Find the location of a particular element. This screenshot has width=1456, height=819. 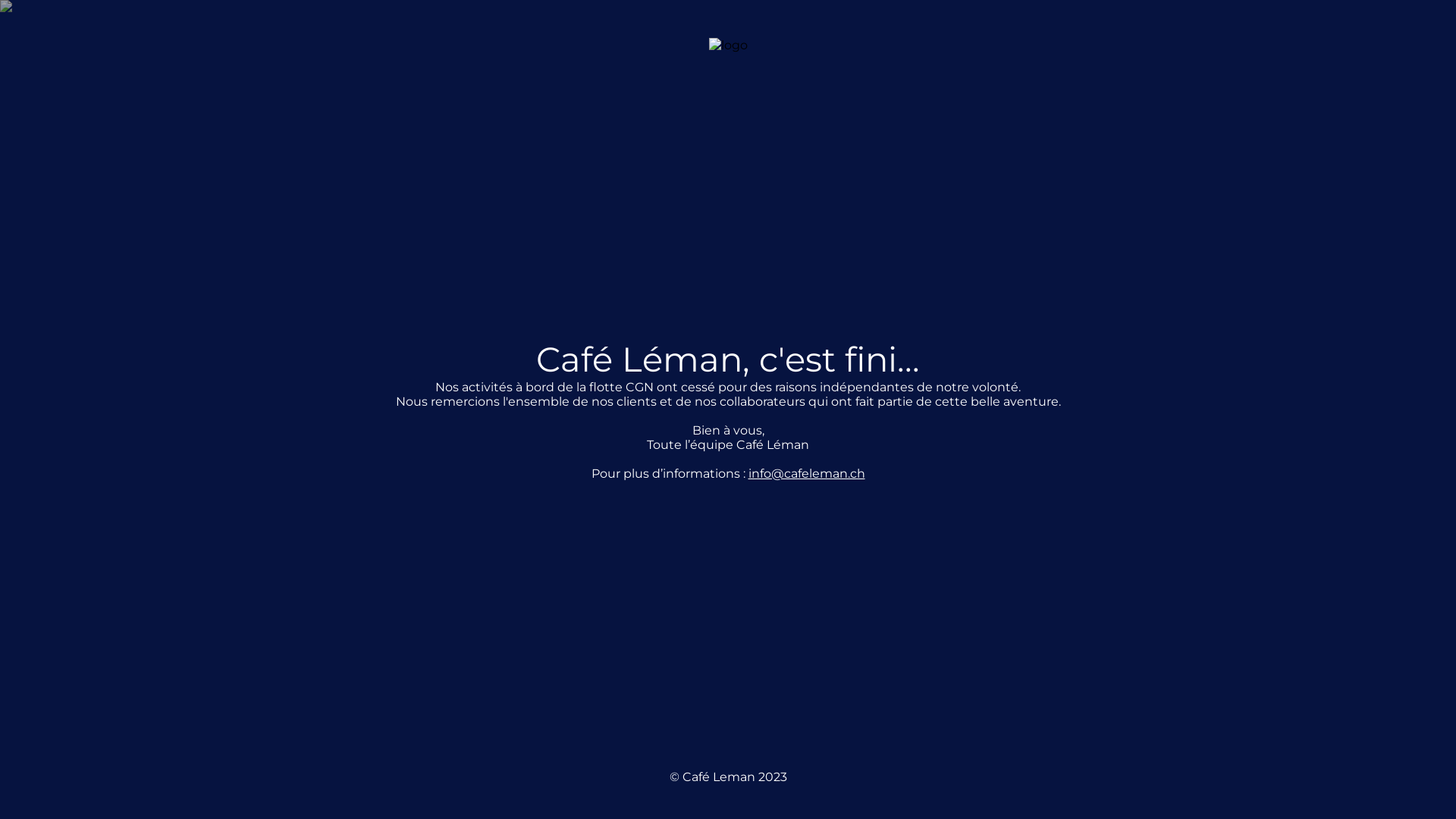

'info@cafeleman.ch' is located at coordinates (805, 472).